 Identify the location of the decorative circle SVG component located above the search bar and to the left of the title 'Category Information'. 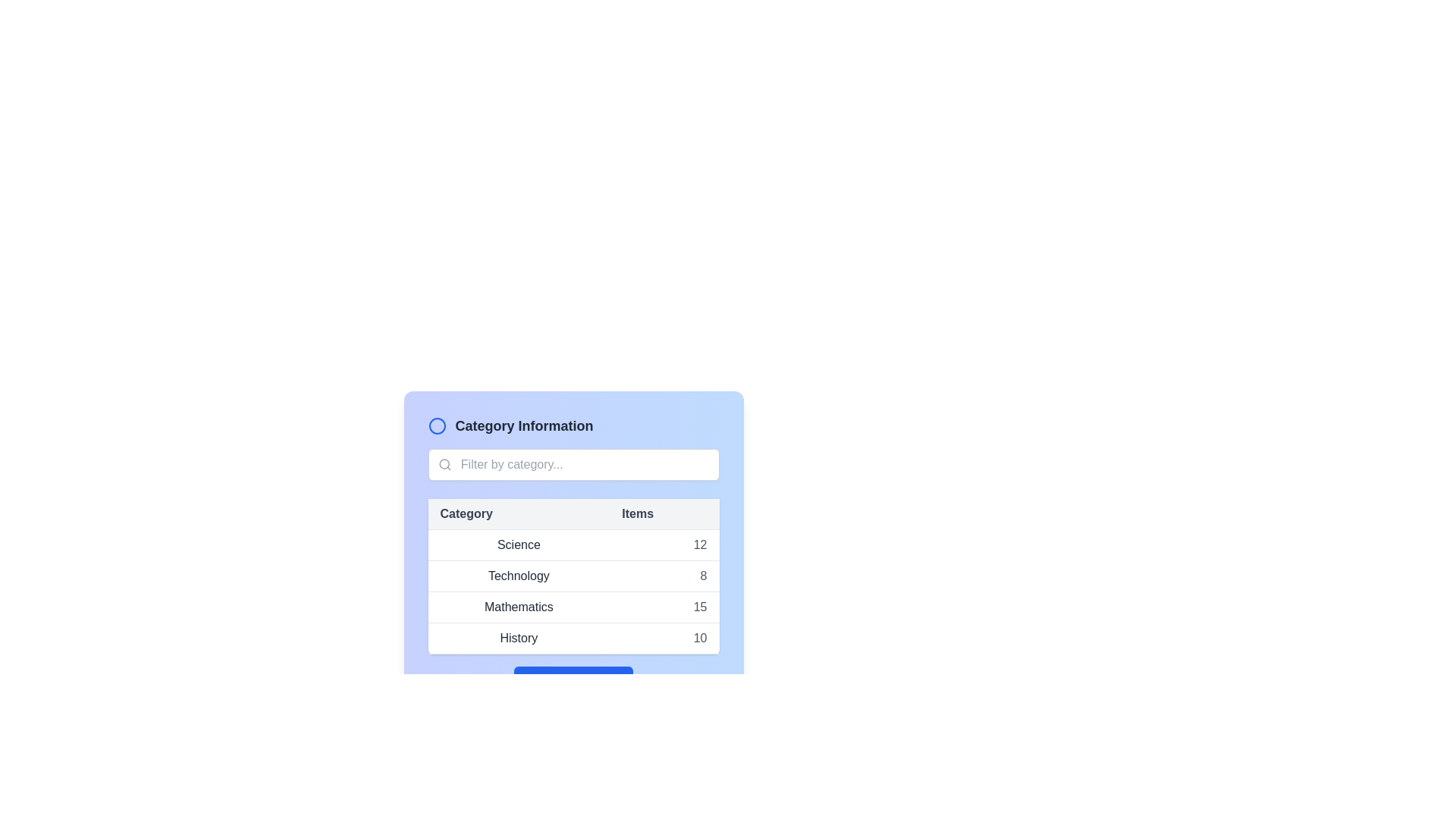
(436, 426).